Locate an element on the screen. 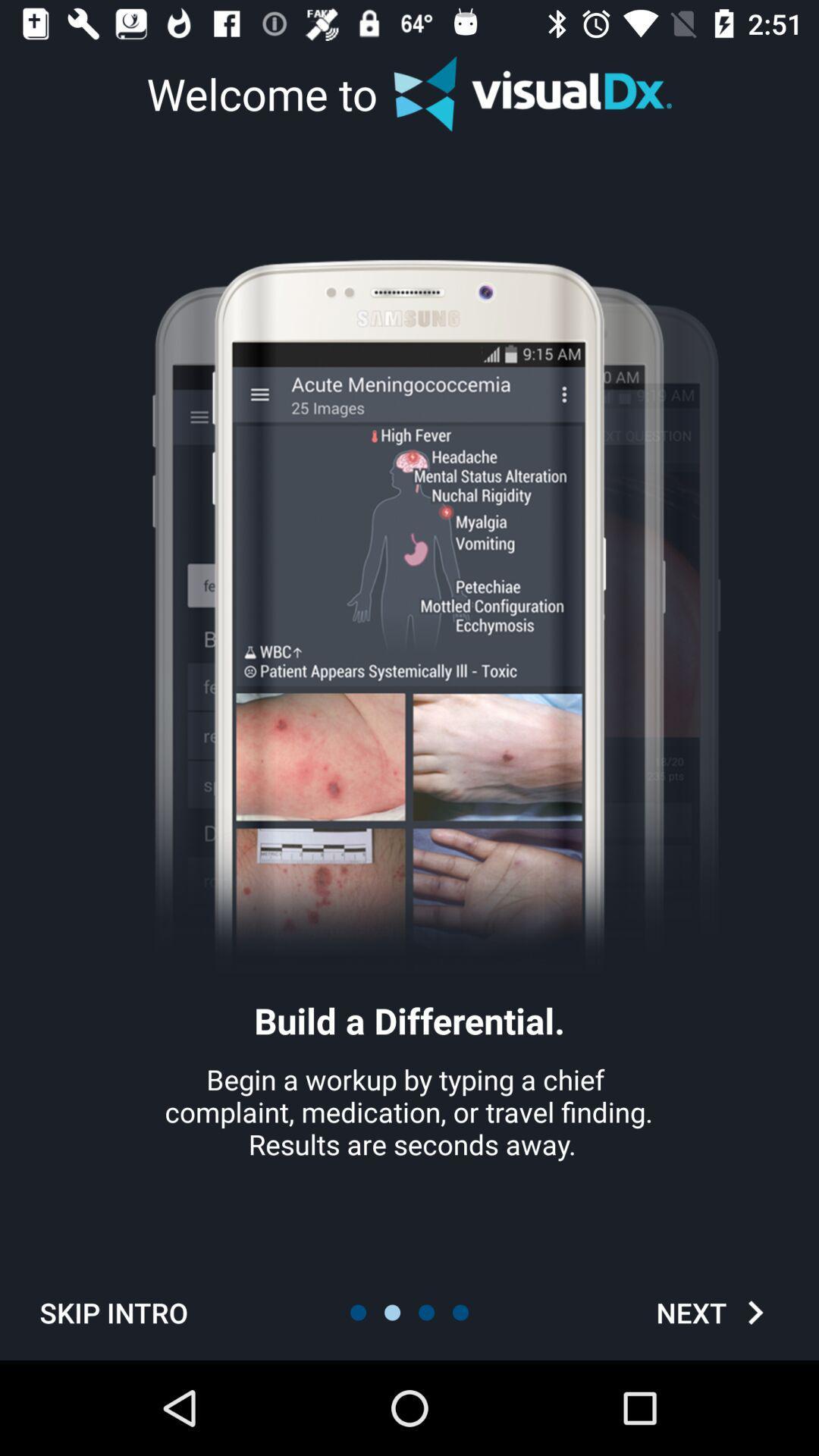 The height and width of the screenshot is (1456, 819). skip intro icon is located at coordinates (113, 1312).